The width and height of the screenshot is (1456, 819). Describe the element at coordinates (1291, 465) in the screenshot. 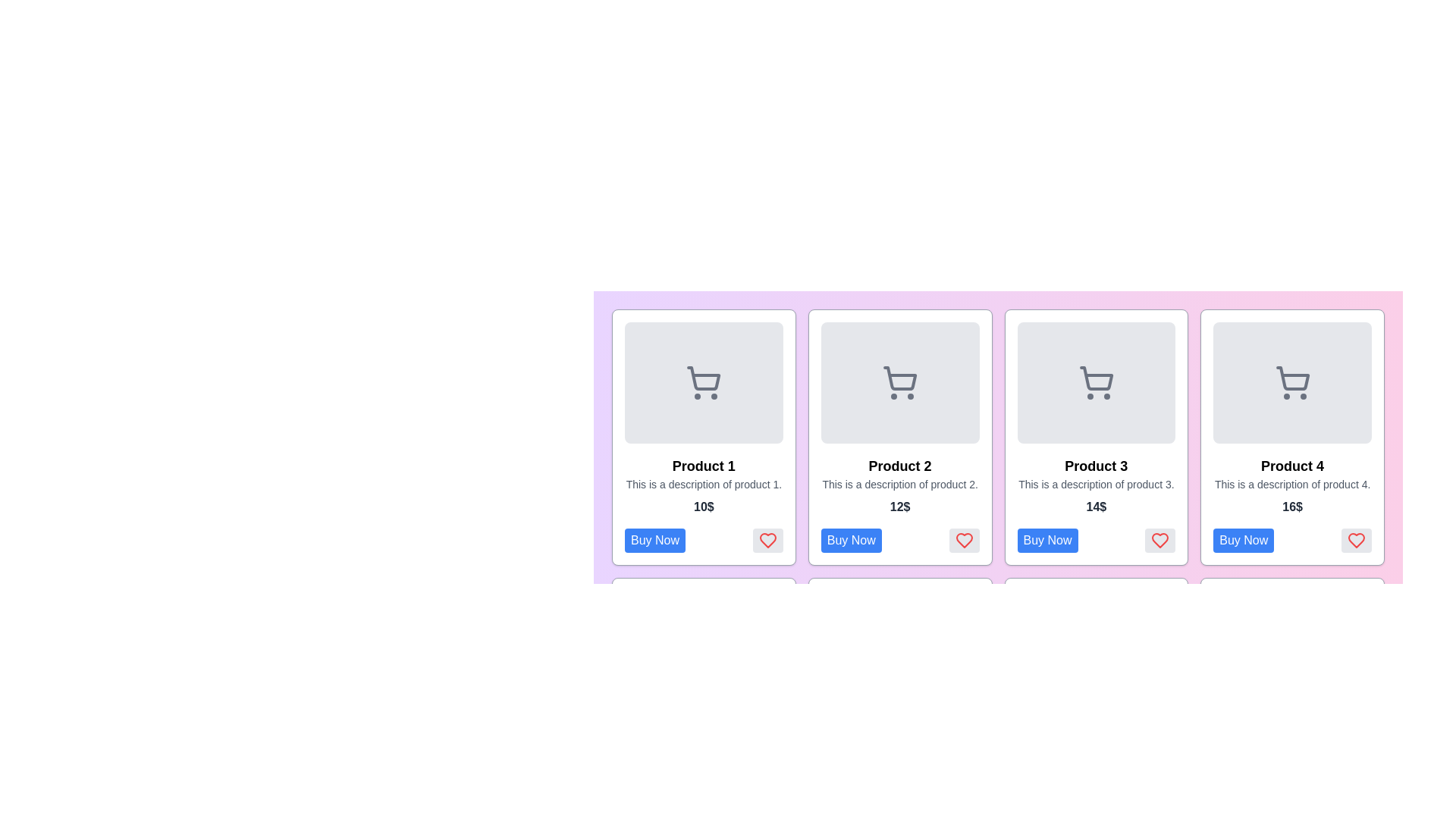

I see `the bold-styled text label displaying 'Product 4', which is positioned in the fourth card of a four-card grid, located directly below the image placeholder` at that location.